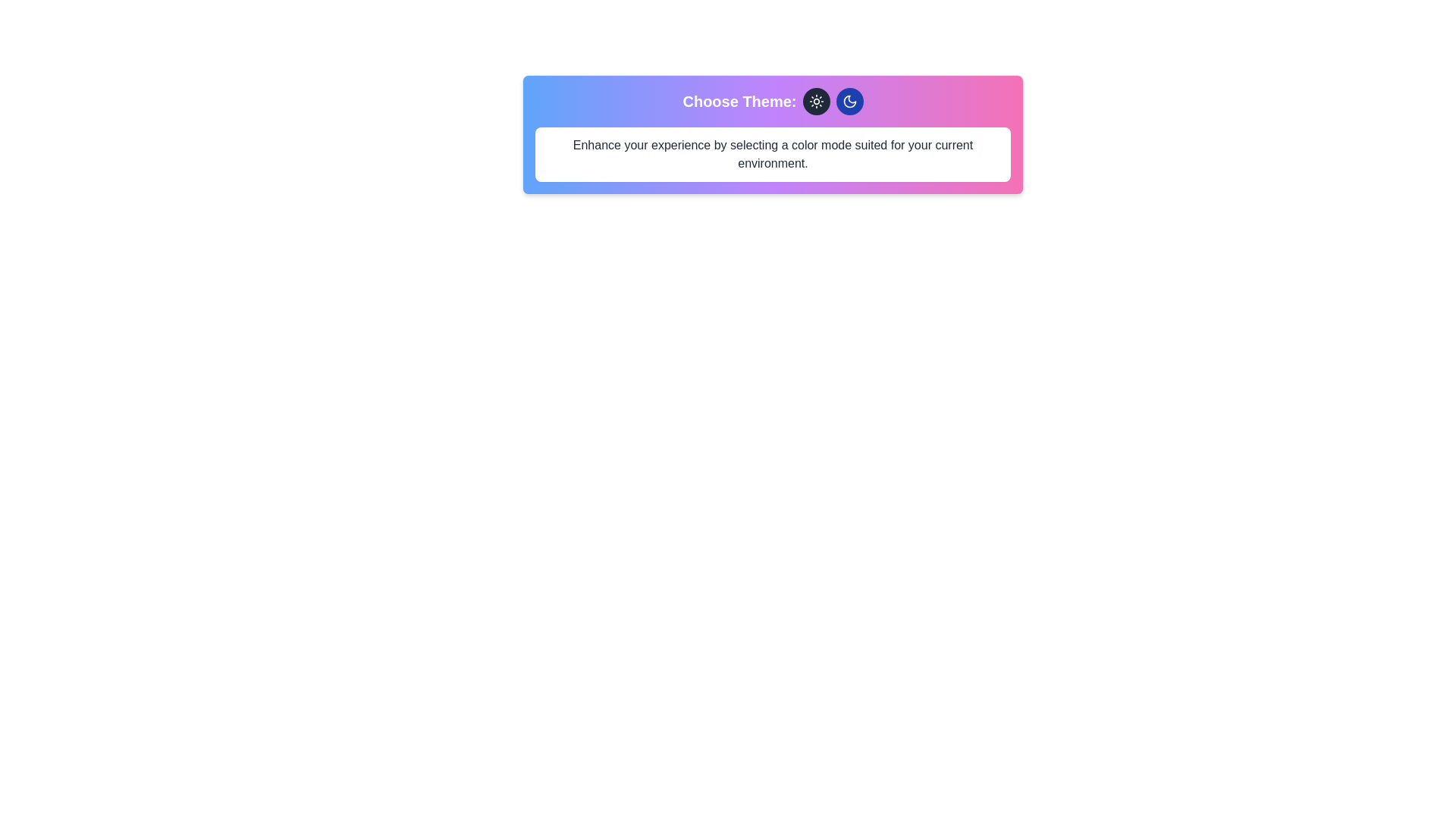 Image resolution: width=1456 pixels, height=819 pixels. What do you see at coordinates (815, 102) in the screenshot?
I see `the light theme icon located inside a circular button to the left of the moon icon, positioned at the top center of the interface, just above the text label 'Choose Theme:', for keyboard navigation` at bounding box center [815, 102].